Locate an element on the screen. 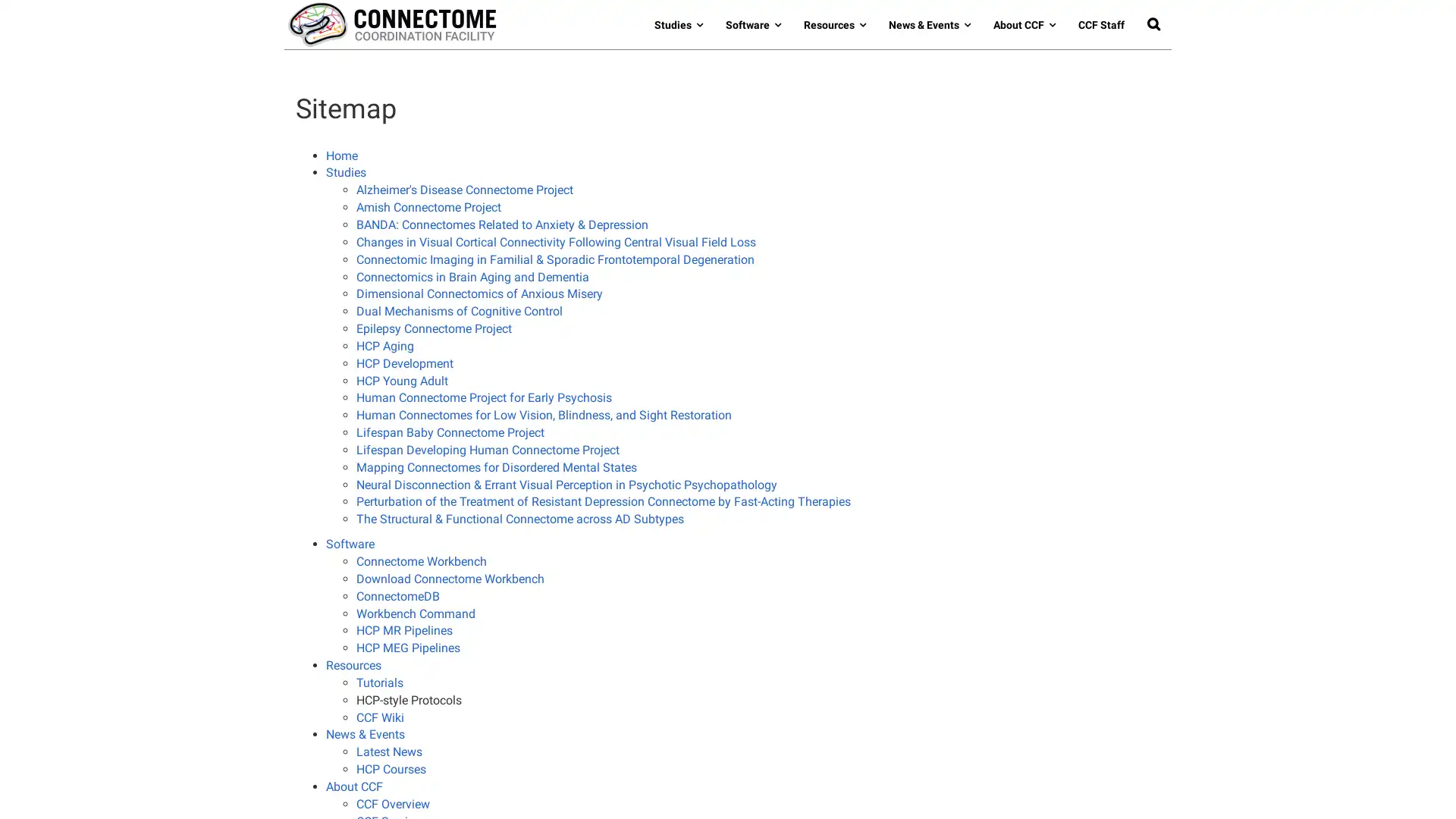 The height and width of the screenshot is (819, 1456). Studies is located at coordinates (677, 29).